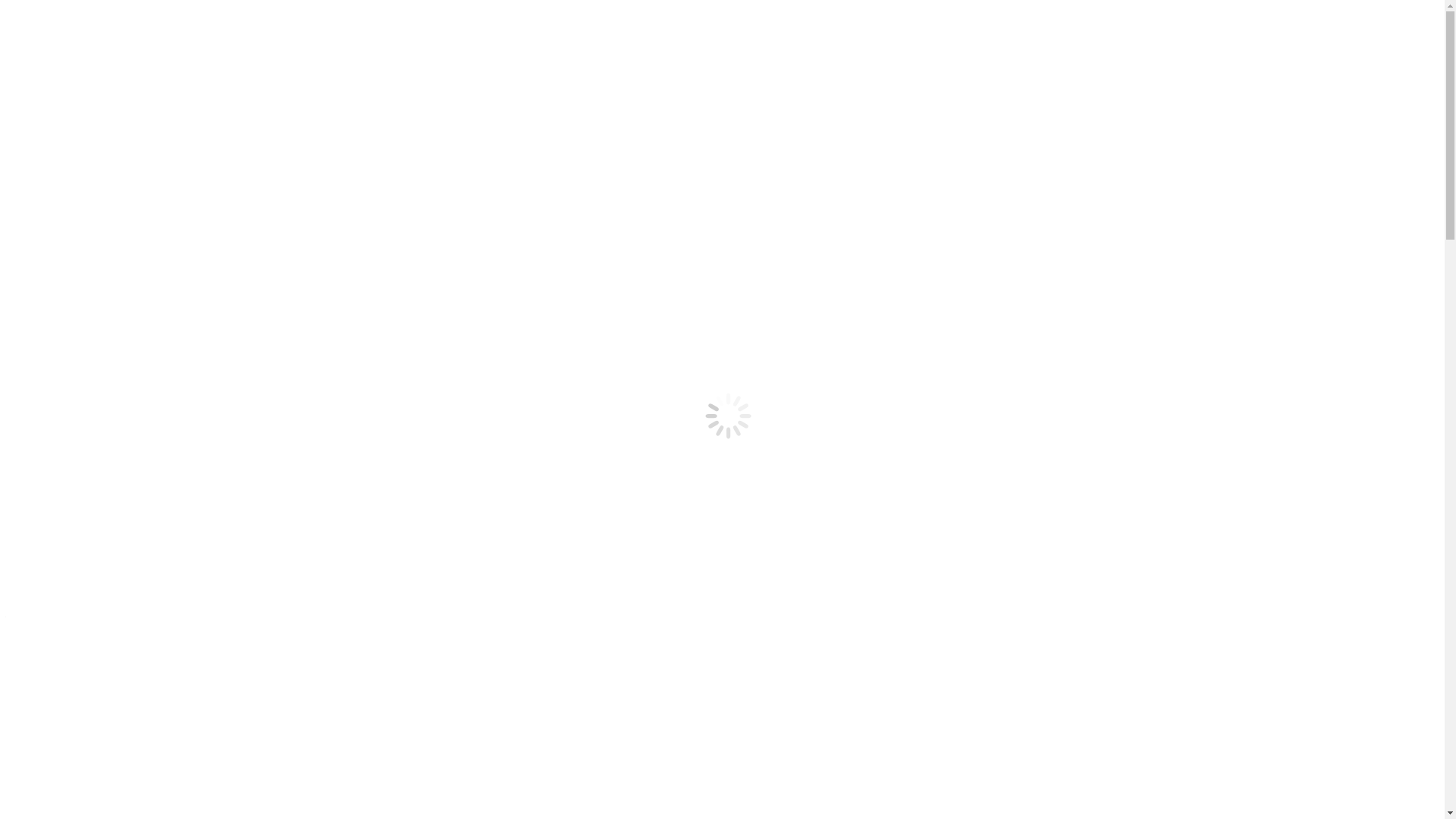  Describe the element at coordinates (62, 192) in the screenshot. I see `'Contact Us'` at that location.